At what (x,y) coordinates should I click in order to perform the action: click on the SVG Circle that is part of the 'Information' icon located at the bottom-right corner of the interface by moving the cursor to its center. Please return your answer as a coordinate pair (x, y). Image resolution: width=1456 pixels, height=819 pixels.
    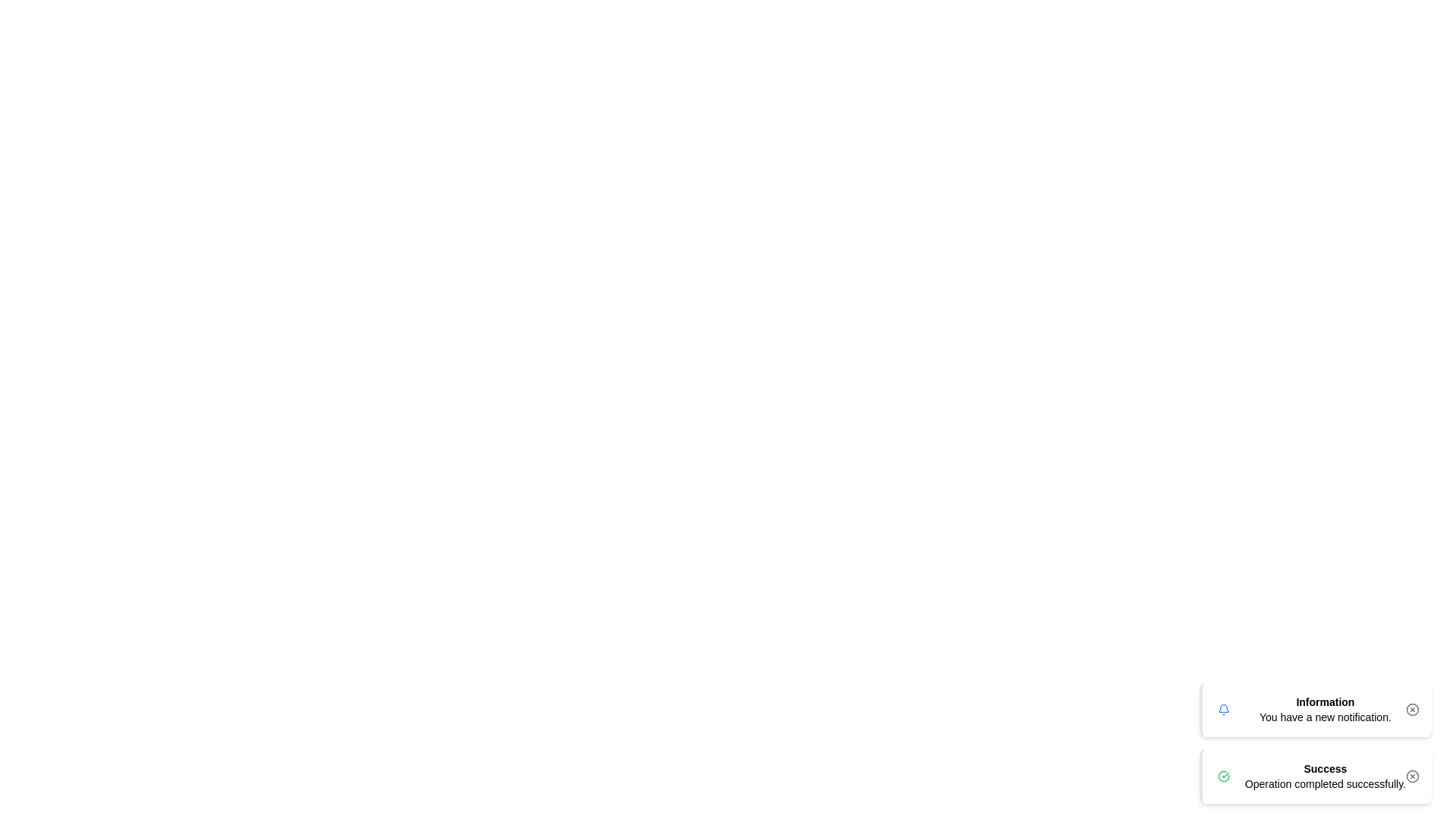
    Looking at the image, I should click on (1411, 710).